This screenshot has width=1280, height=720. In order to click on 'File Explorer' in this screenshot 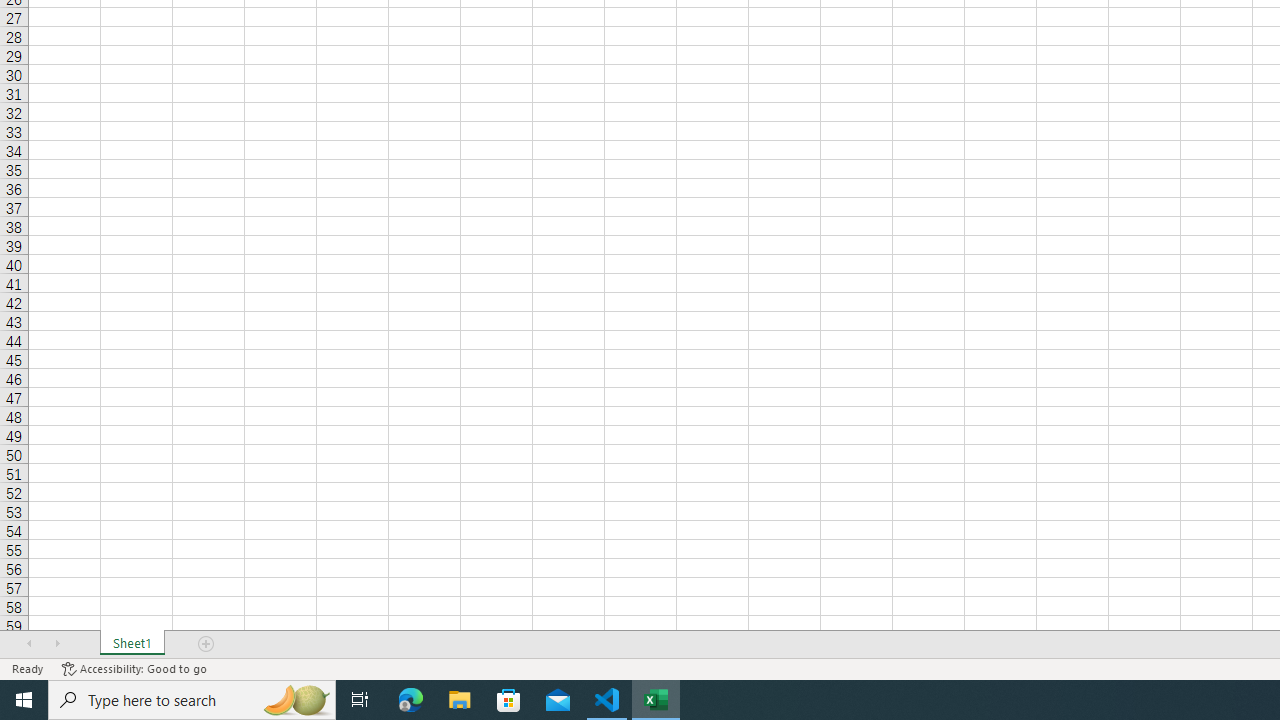, I will do `click(459, 698)`.